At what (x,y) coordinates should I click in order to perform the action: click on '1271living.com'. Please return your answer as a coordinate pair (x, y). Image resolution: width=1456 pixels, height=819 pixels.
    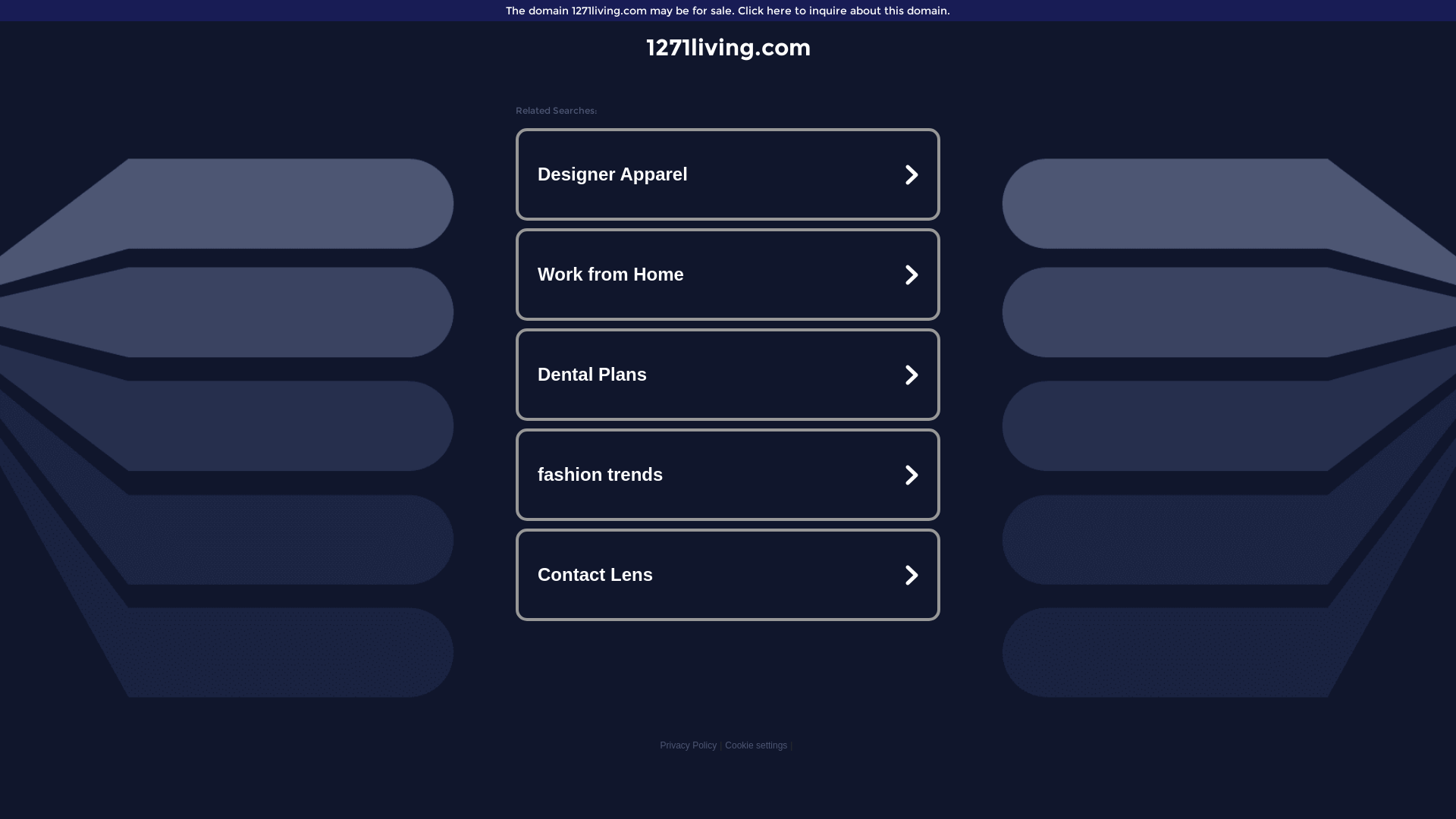
    Looking at the image, I should click on (728, 46).